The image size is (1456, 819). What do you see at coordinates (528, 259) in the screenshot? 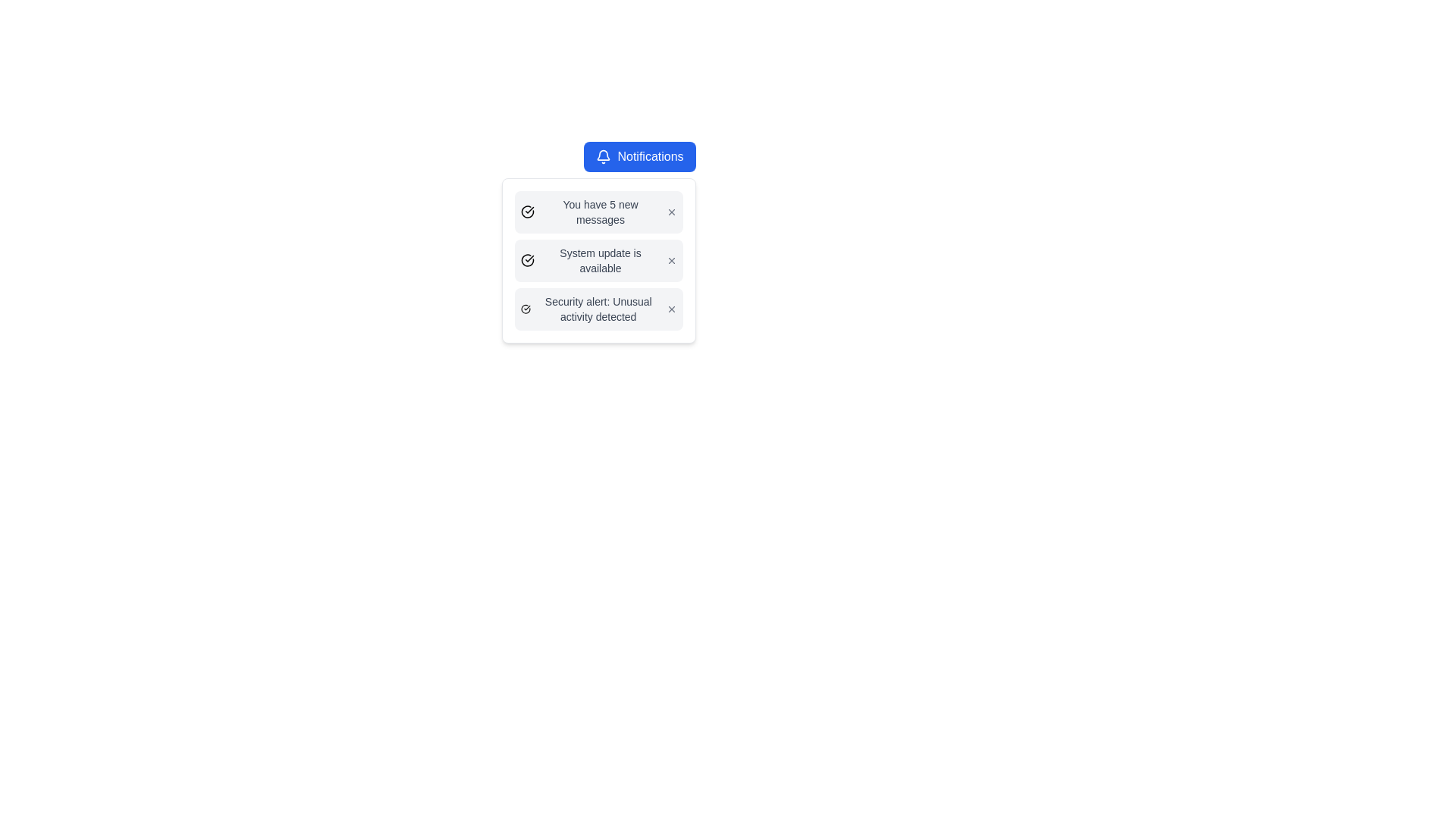
I see `the Vector icon component located to the left of the notification text for 'System update is available.'` at bounding box center [528, 259].